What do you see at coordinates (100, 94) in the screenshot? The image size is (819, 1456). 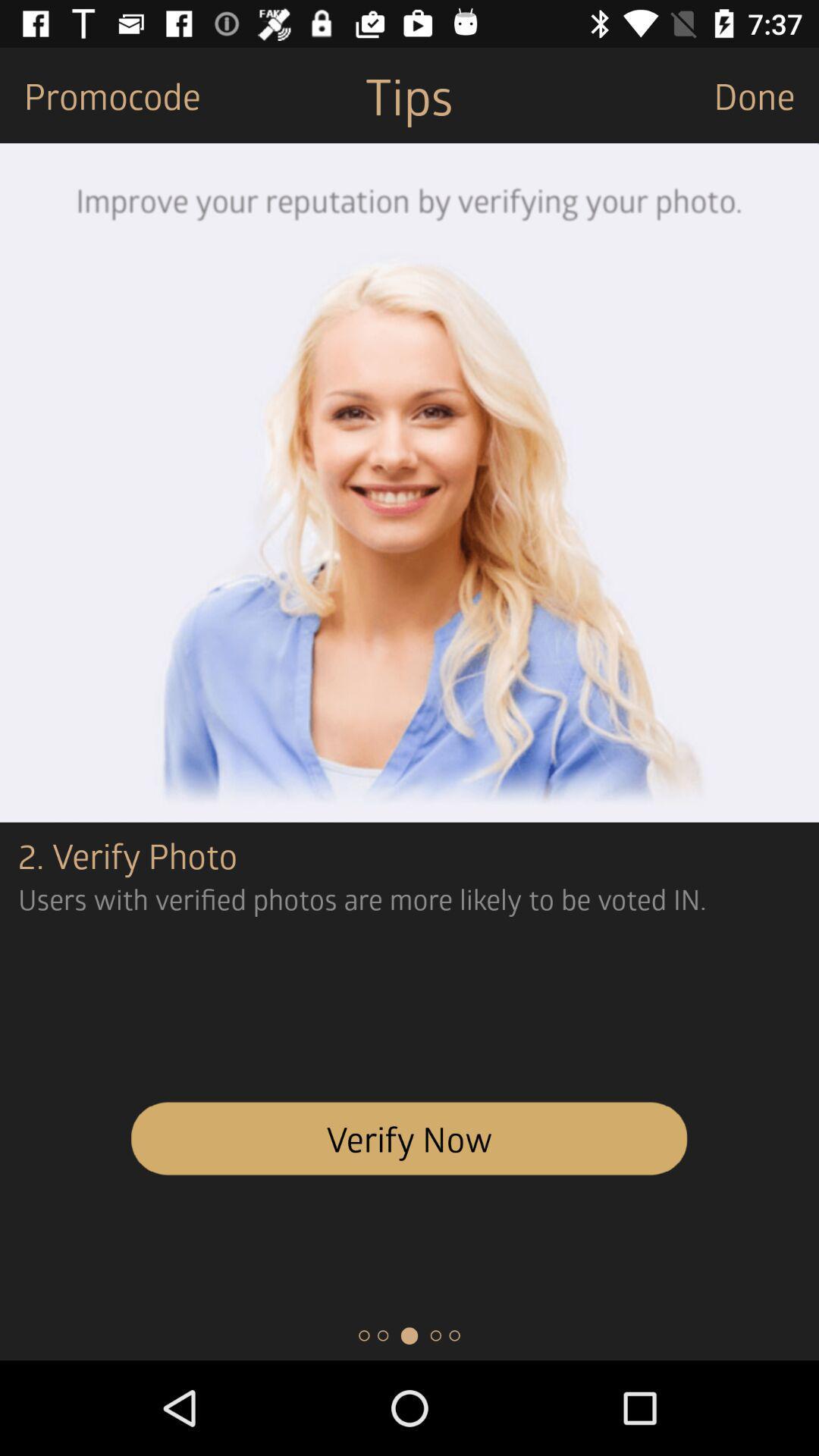 I see `the icon next to the tips icon` at bounding box center [100, 94].